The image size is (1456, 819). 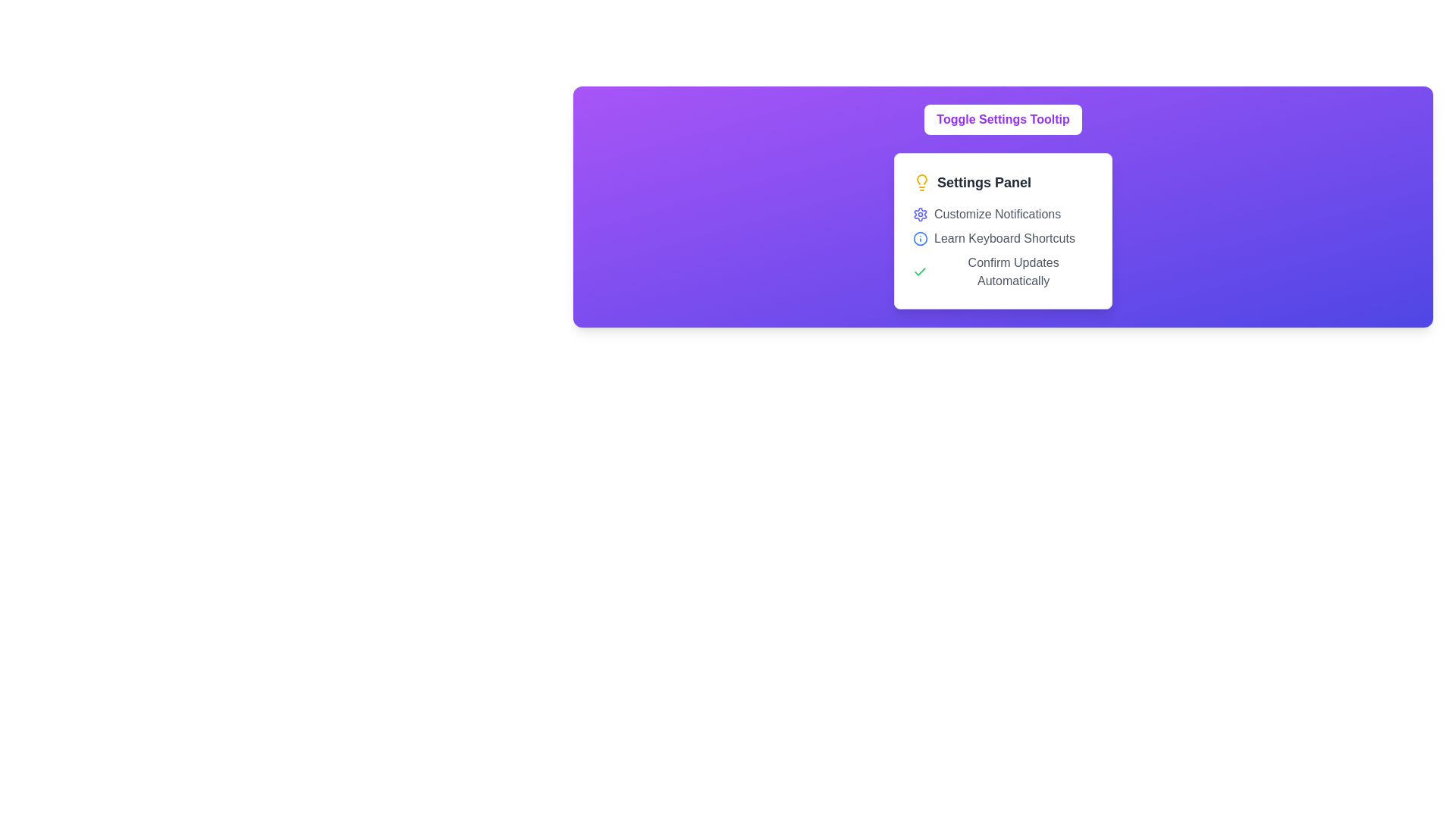 What do you see at coordinates (921, 181) in the screenshot?
I see `the lightbulb icon located within the 'Settings Panel' for accessibility purposes` at bounding box center [921, 181].